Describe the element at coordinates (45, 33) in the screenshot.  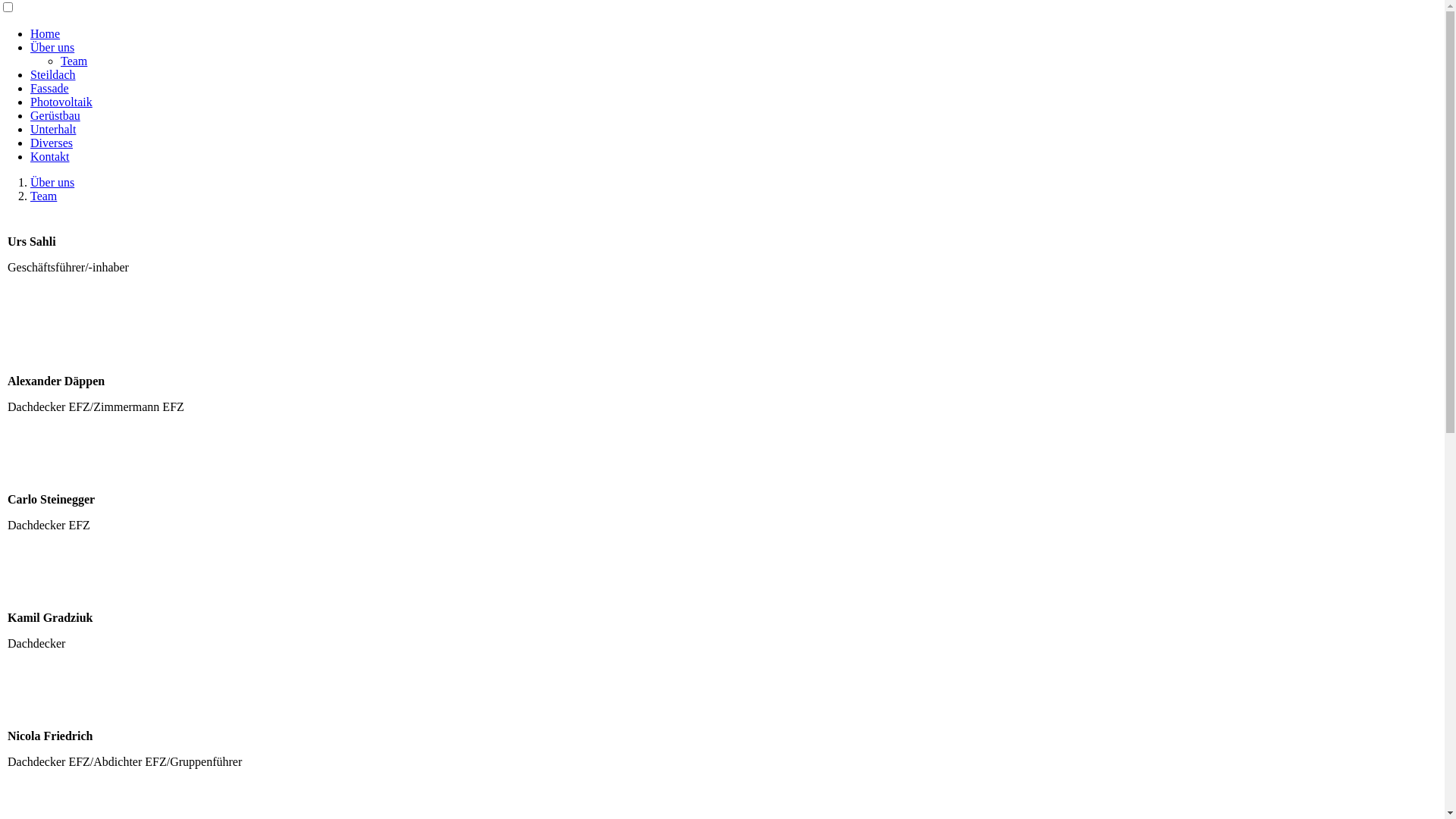
I see `'Home'` at that location.